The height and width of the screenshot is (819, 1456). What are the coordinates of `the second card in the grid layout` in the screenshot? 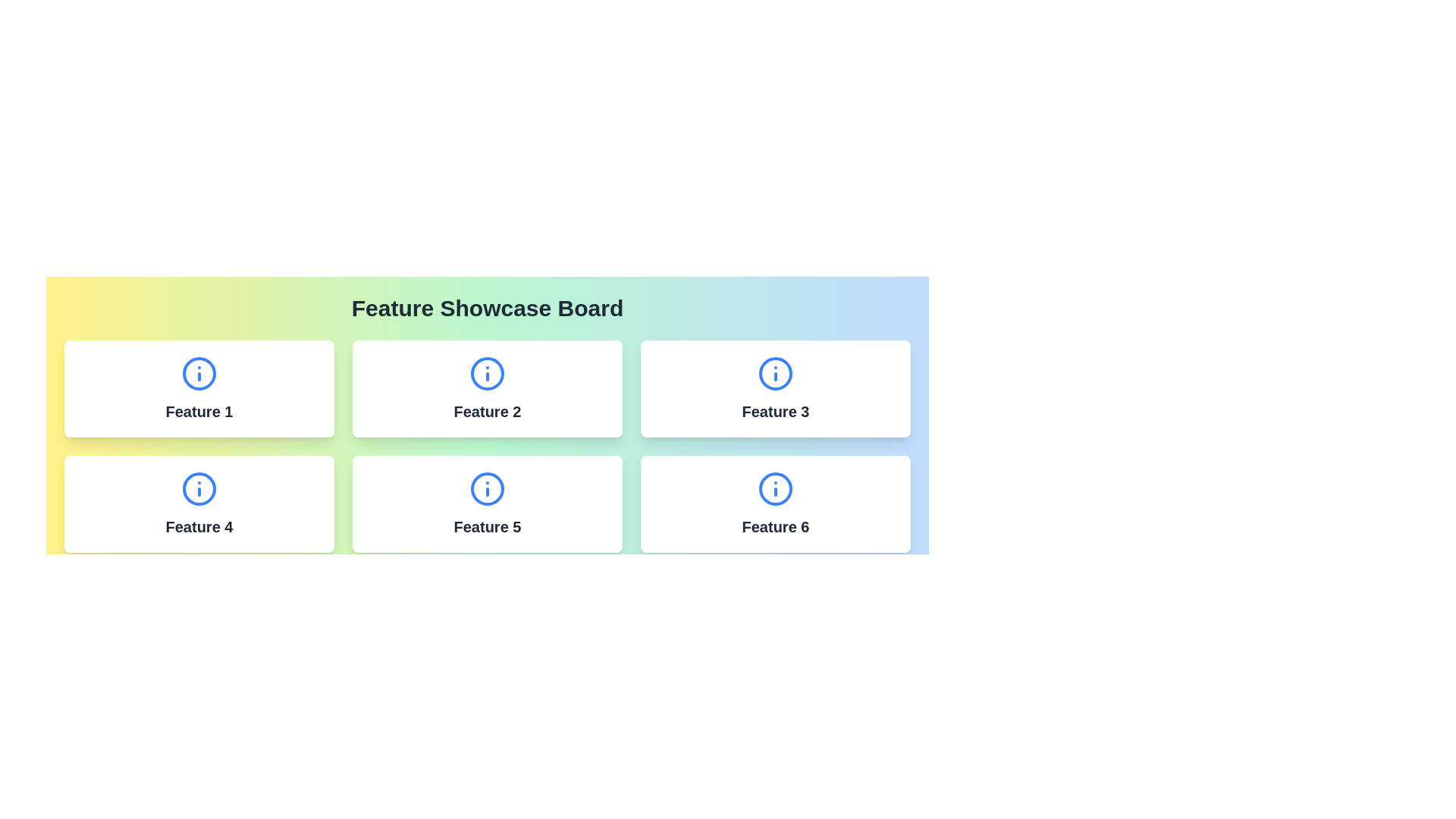 It's located at (488, 388).